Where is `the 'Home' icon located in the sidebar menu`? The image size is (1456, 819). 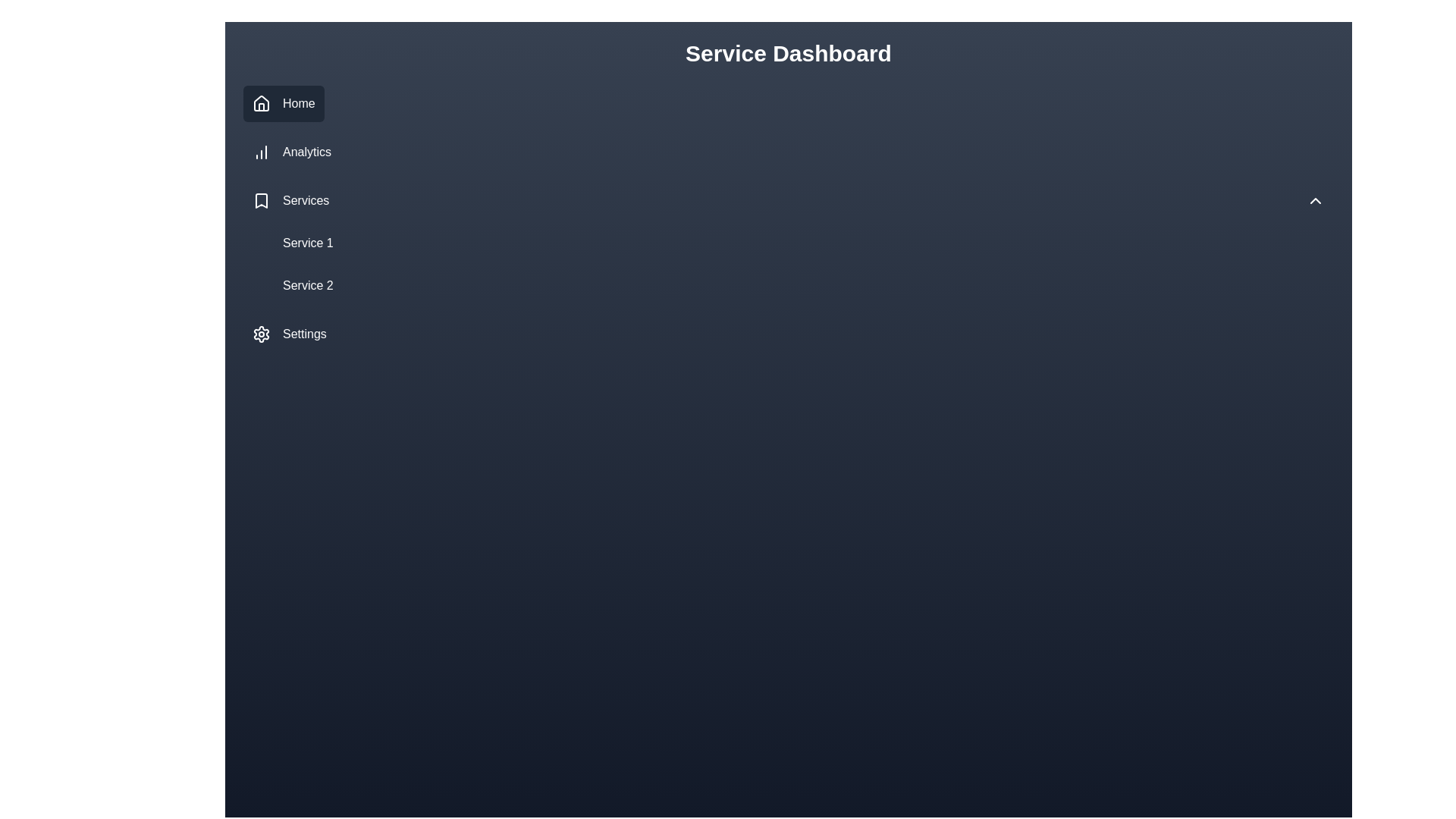 the 'Home' icon located in the sidebar menu is located at coordinates (262, 102).